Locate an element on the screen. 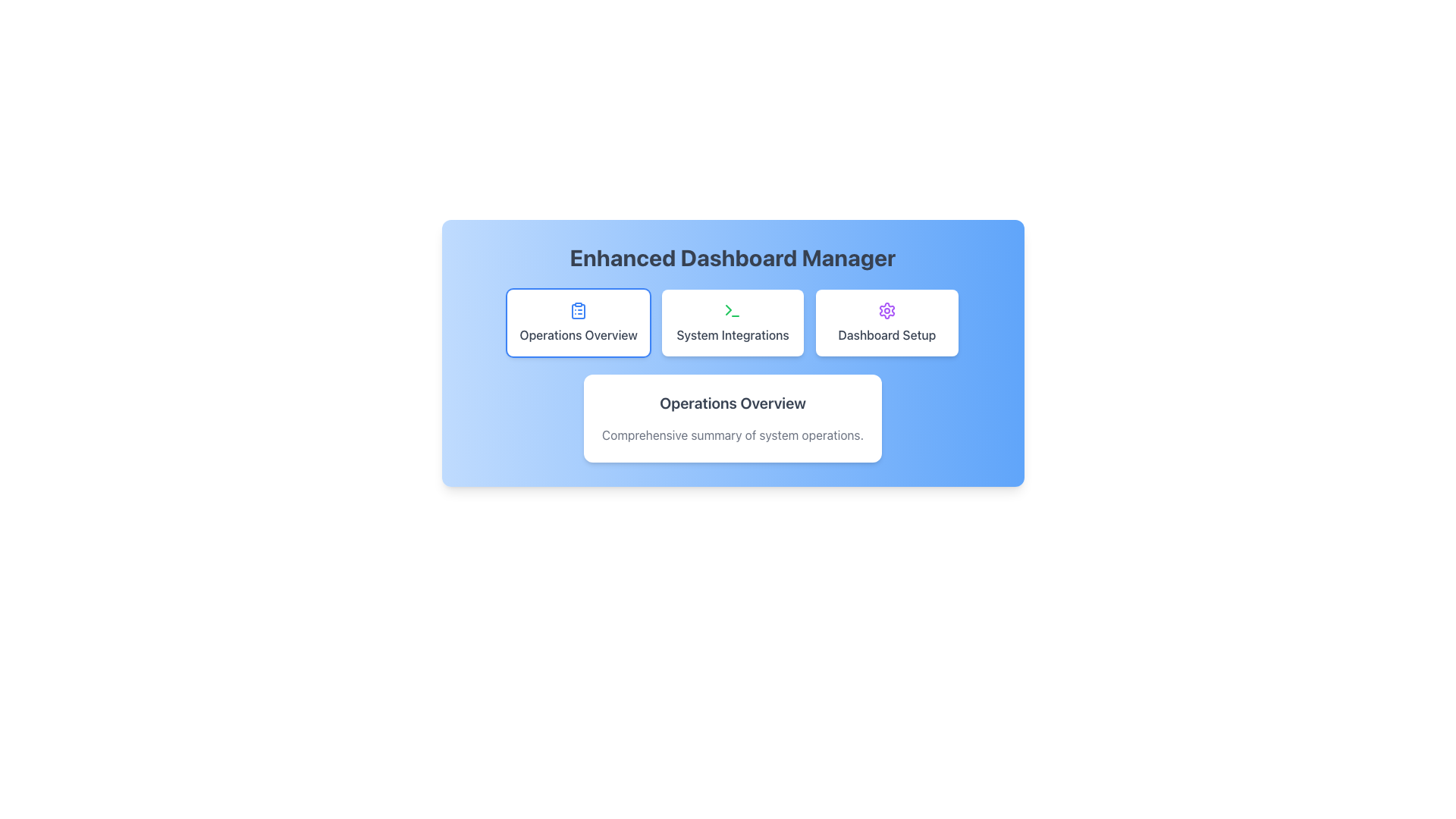 Image resolution: width=1456 pixels, height=819 pixels. the text label located below the purple gear icon on the button card labeled 'Dashboard Setup', which is the third button in a horizontal row of three buttons is located at coordinates (886, 334).